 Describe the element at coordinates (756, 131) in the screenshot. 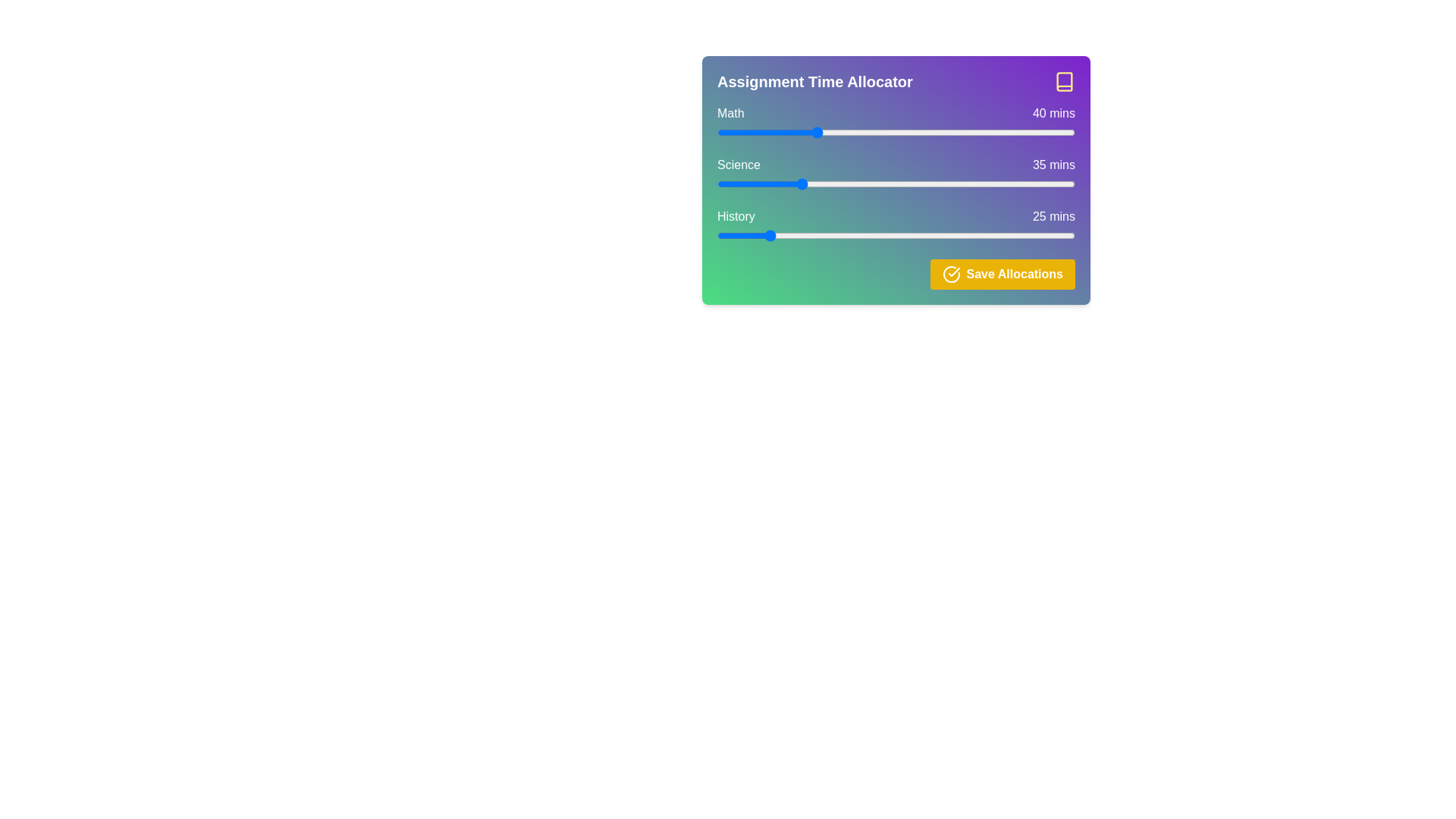

I see `the time allocation for Math` at that location.